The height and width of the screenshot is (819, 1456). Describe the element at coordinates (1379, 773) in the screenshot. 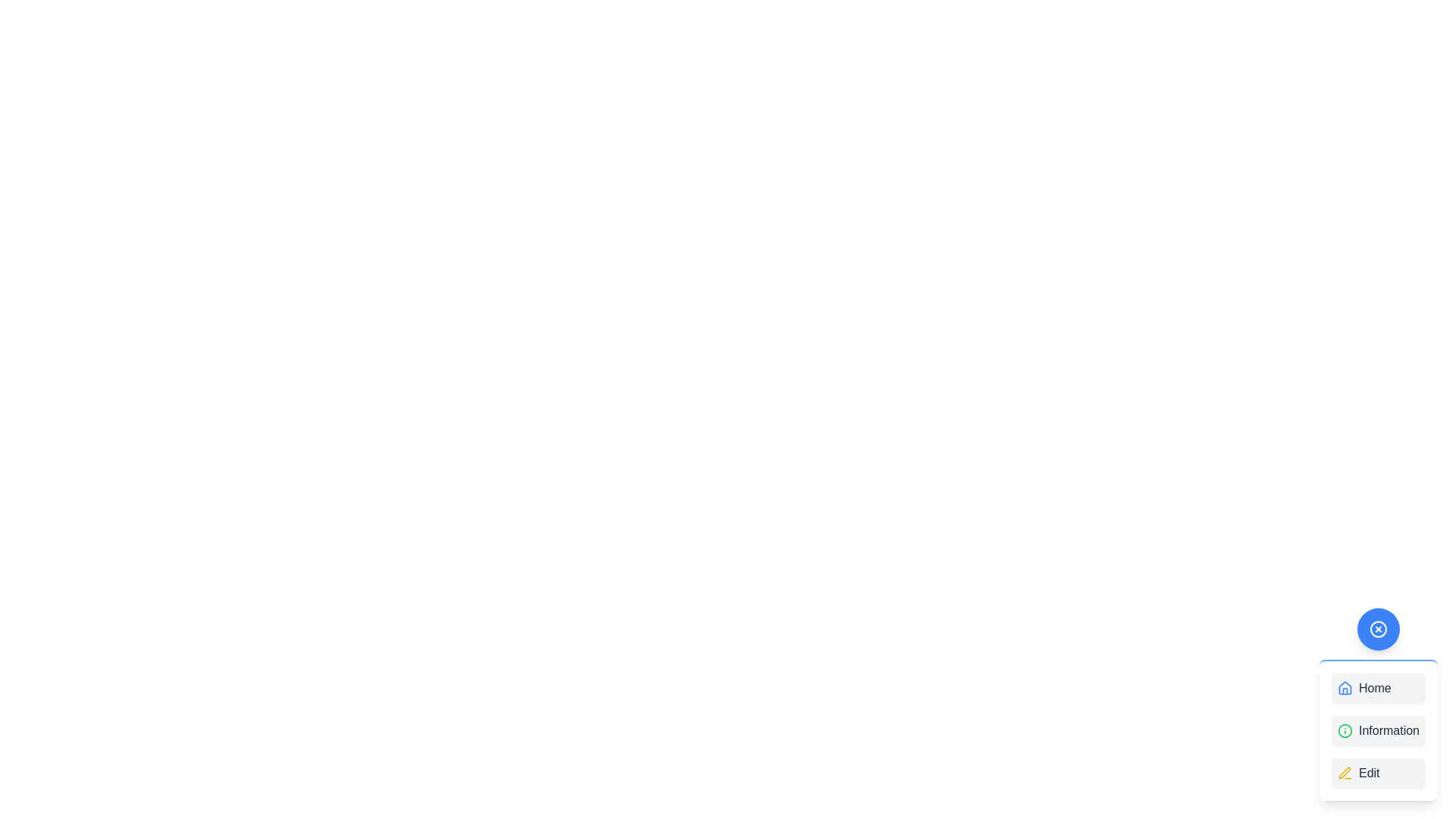

I see `the 'Edit' button with a yellow pencil icon` at that location.